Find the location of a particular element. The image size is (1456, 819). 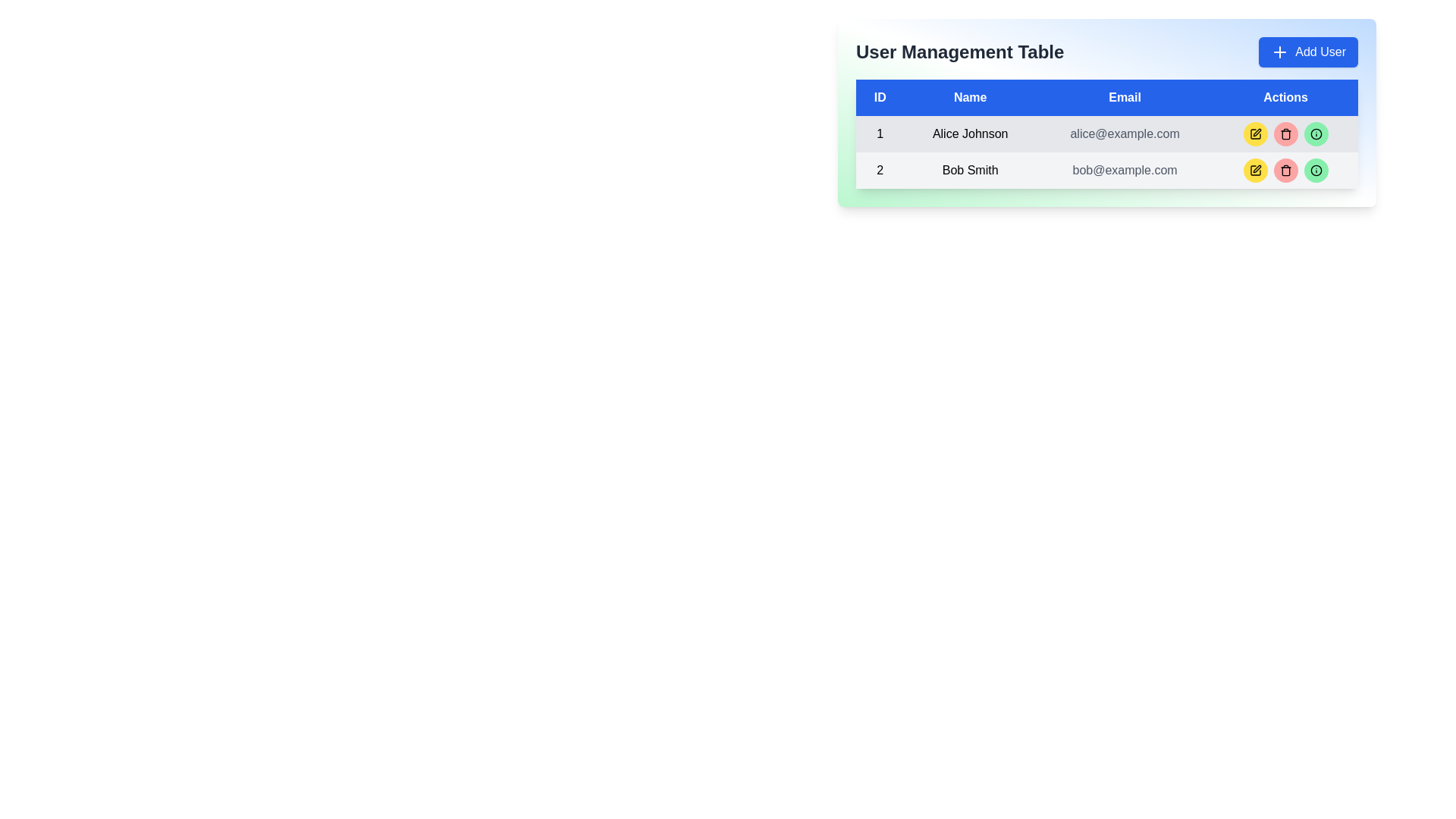

the square-shaped icon button with a pen symbol in the center, part of the yellow circular button background, located in the 'Actions' column of the first row adjacent to 'Alice Johnson' and 'alice@example.com' is located at coordinates (1255, 170).